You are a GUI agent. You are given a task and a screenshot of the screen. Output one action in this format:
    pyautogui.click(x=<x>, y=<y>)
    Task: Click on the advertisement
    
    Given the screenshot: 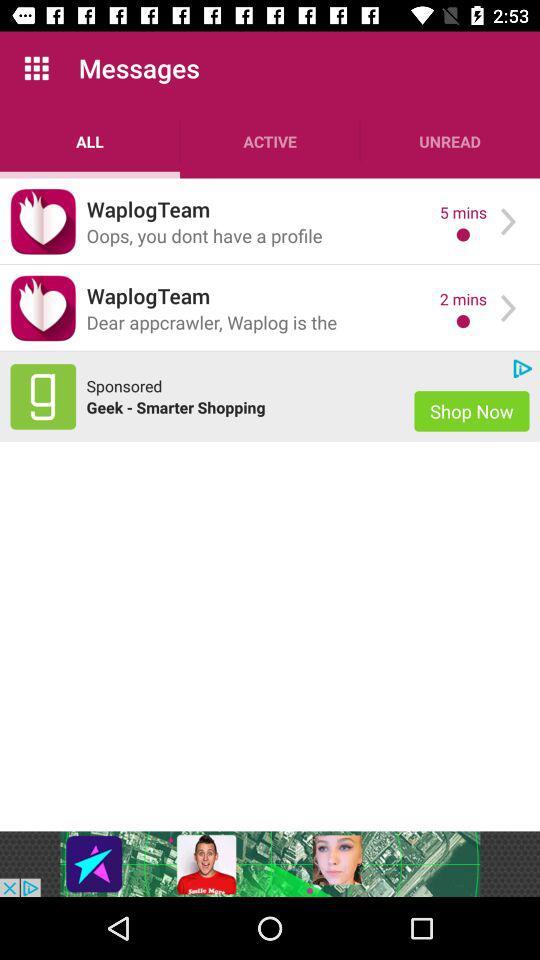 What is the action you would take?
    pyautogui.click(x=270, y=863)
    